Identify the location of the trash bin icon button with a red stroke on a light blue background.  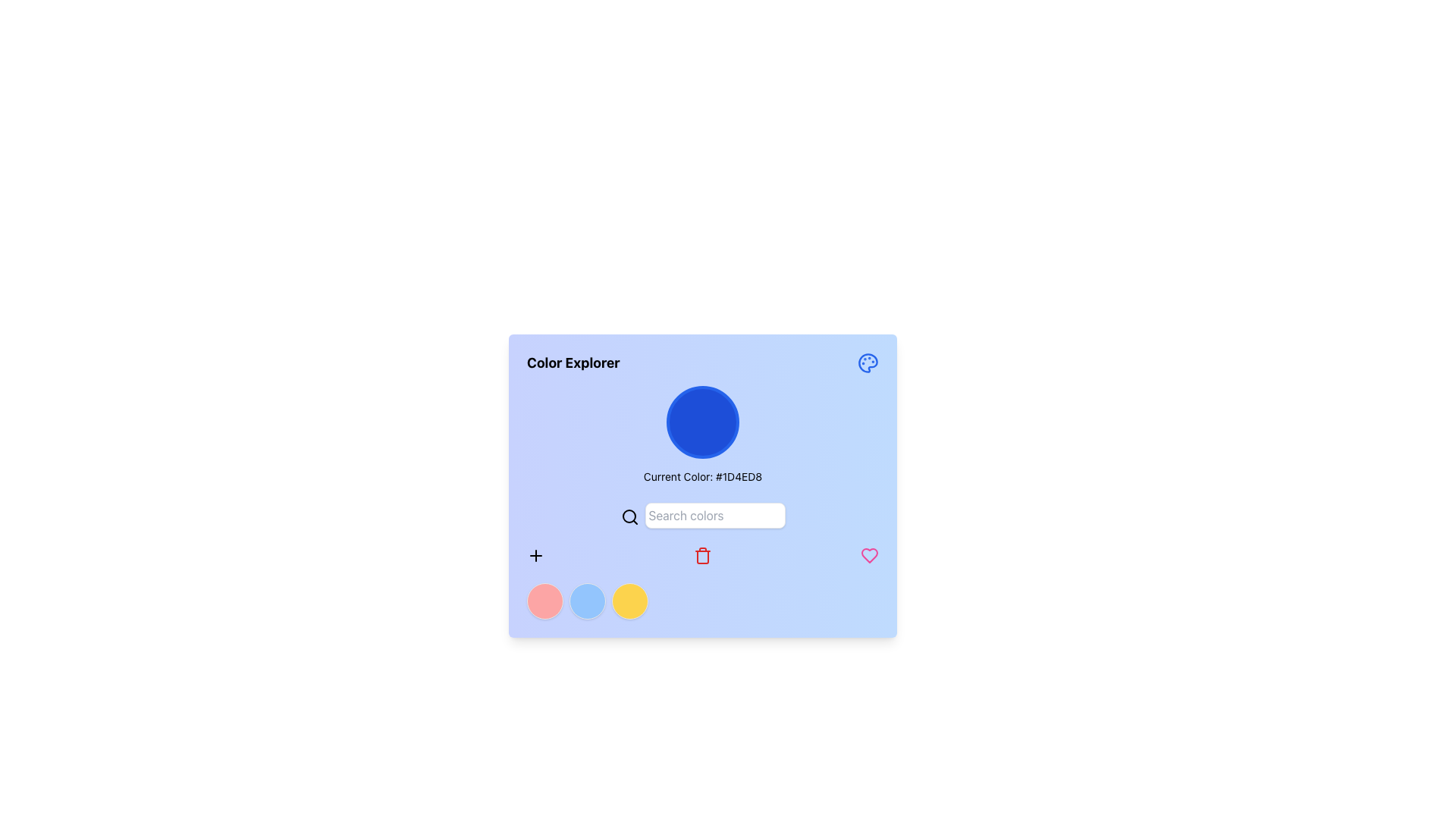
(701, 555).